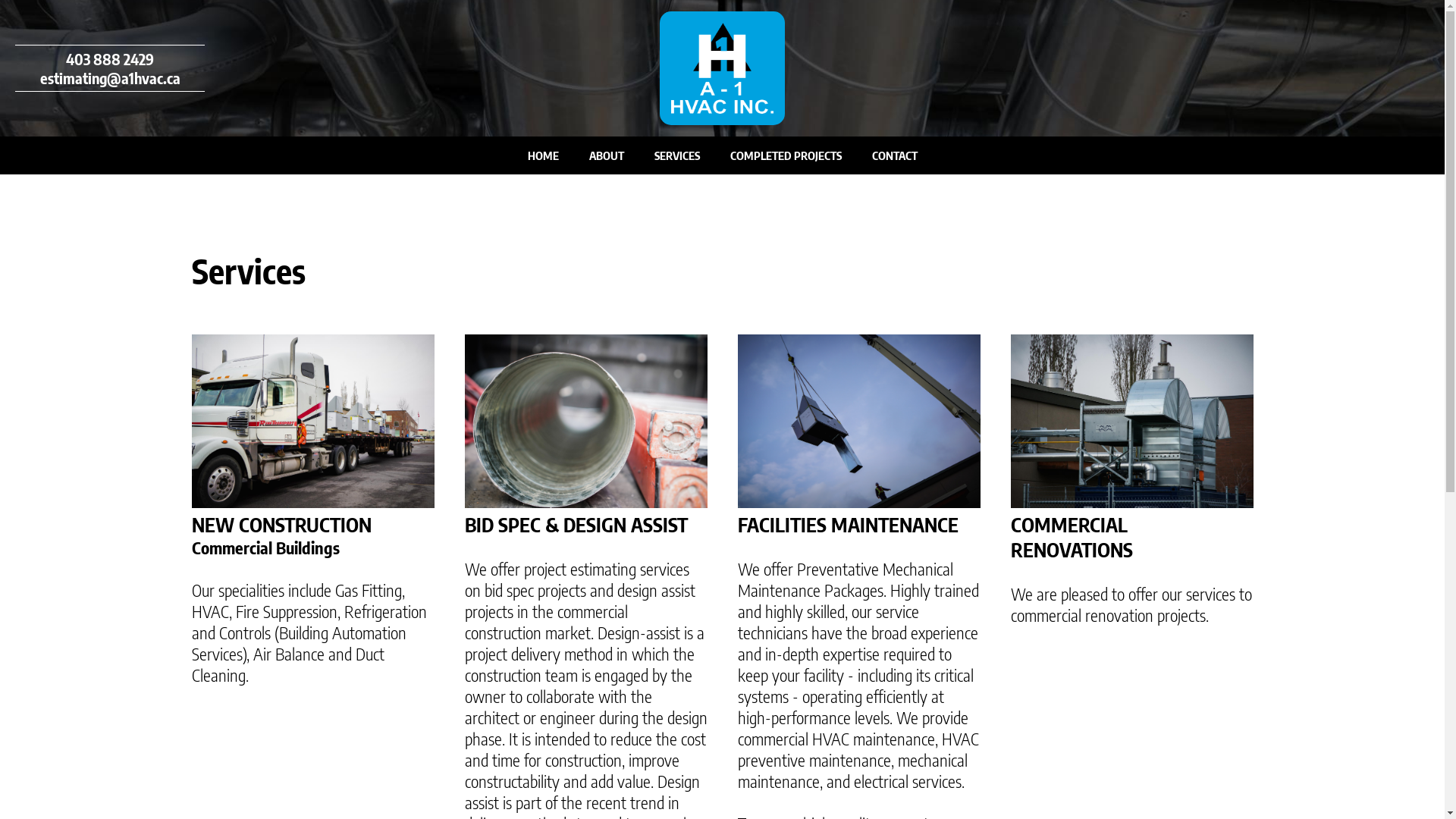  What do you see at coordinates (785, 155) in the screenshot?
I see `'COMPLETED PROJECTS'` at bounding box center [785, 155].